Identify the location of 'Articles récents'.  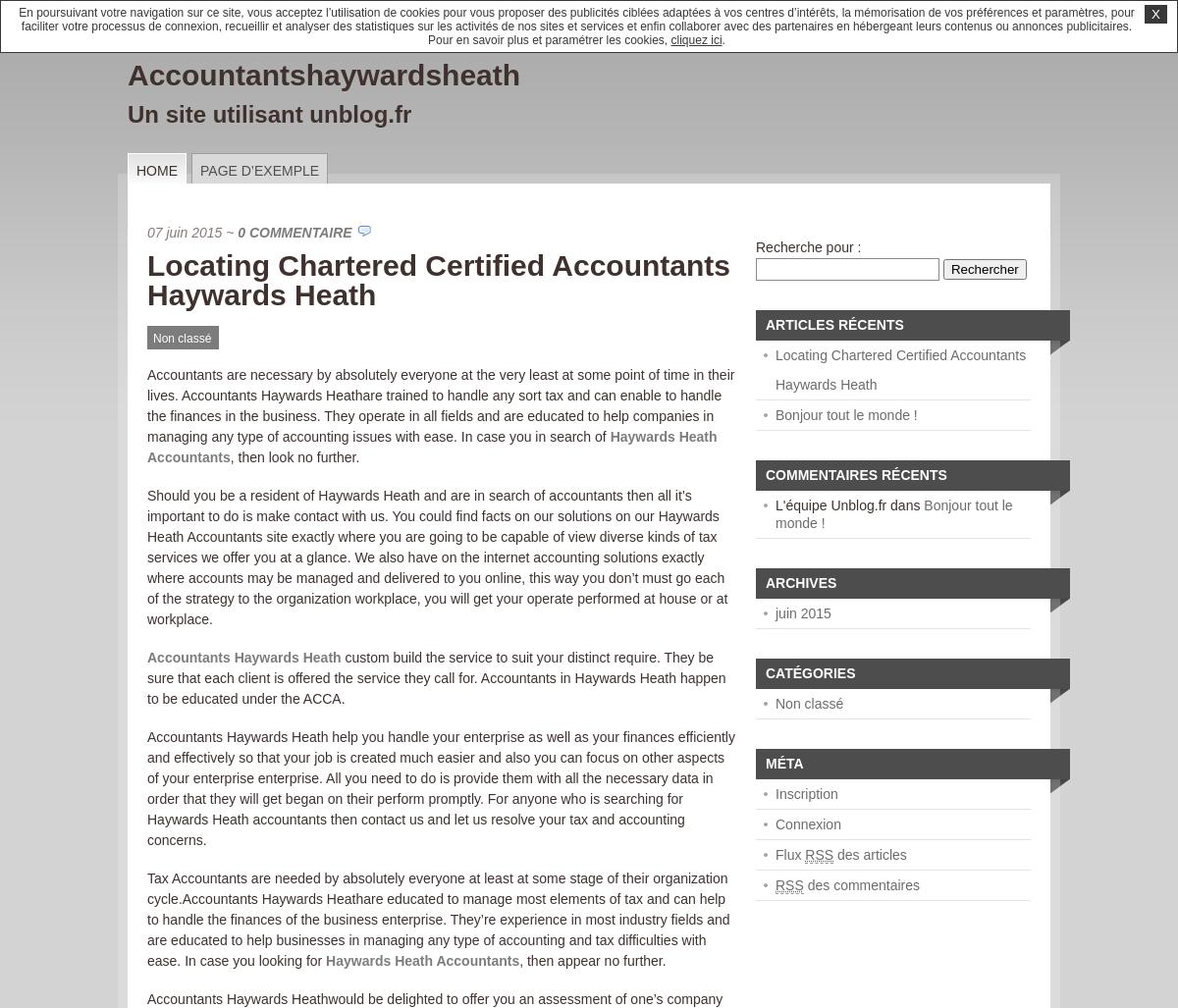
(832, 324).